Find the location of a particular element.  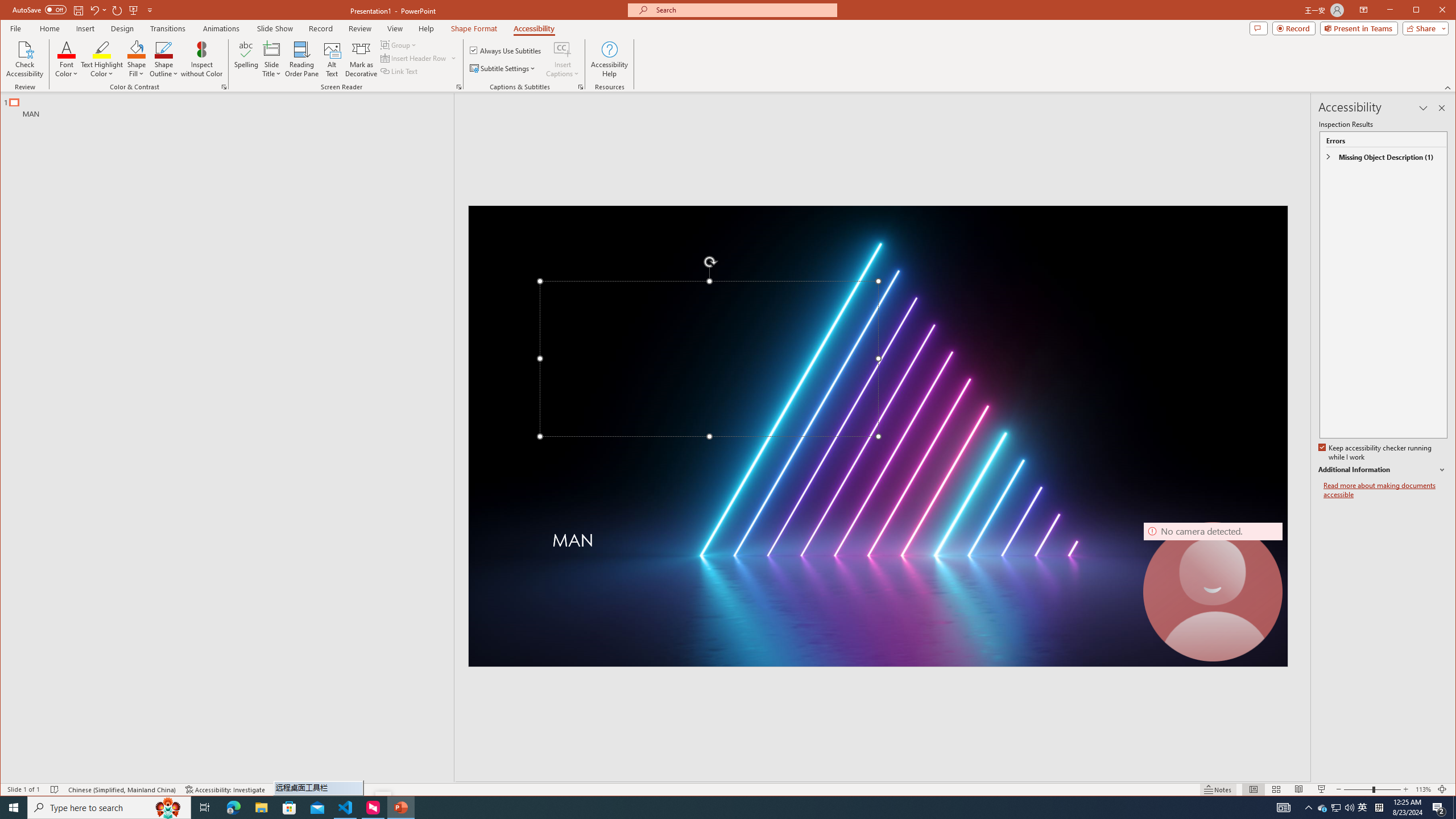

'Slide Title' is located at coordinates (271, 59).